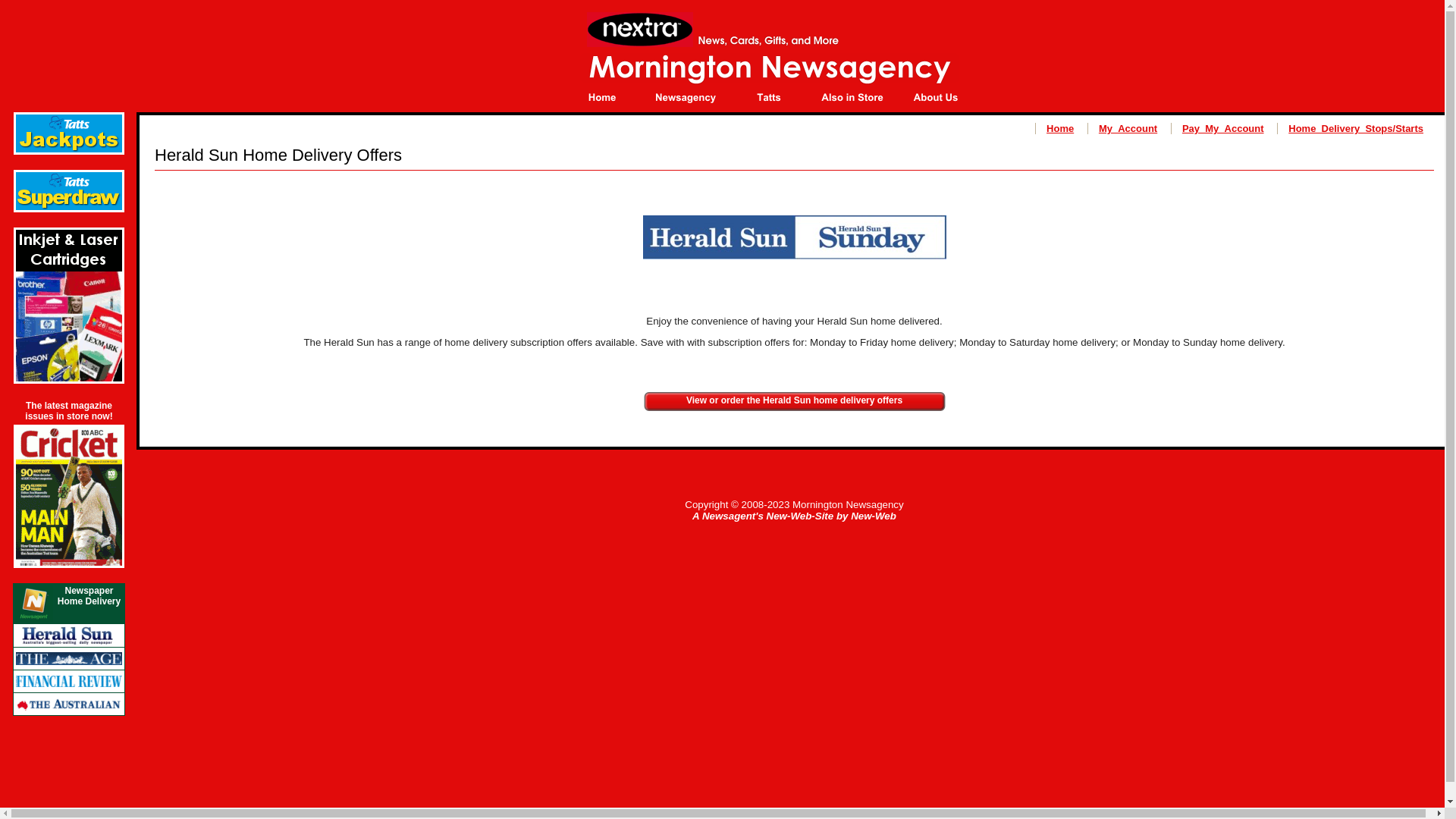  Describe the element at coordinates (1128, 127) in the screenshot. I see `'My_Account'` at that location.